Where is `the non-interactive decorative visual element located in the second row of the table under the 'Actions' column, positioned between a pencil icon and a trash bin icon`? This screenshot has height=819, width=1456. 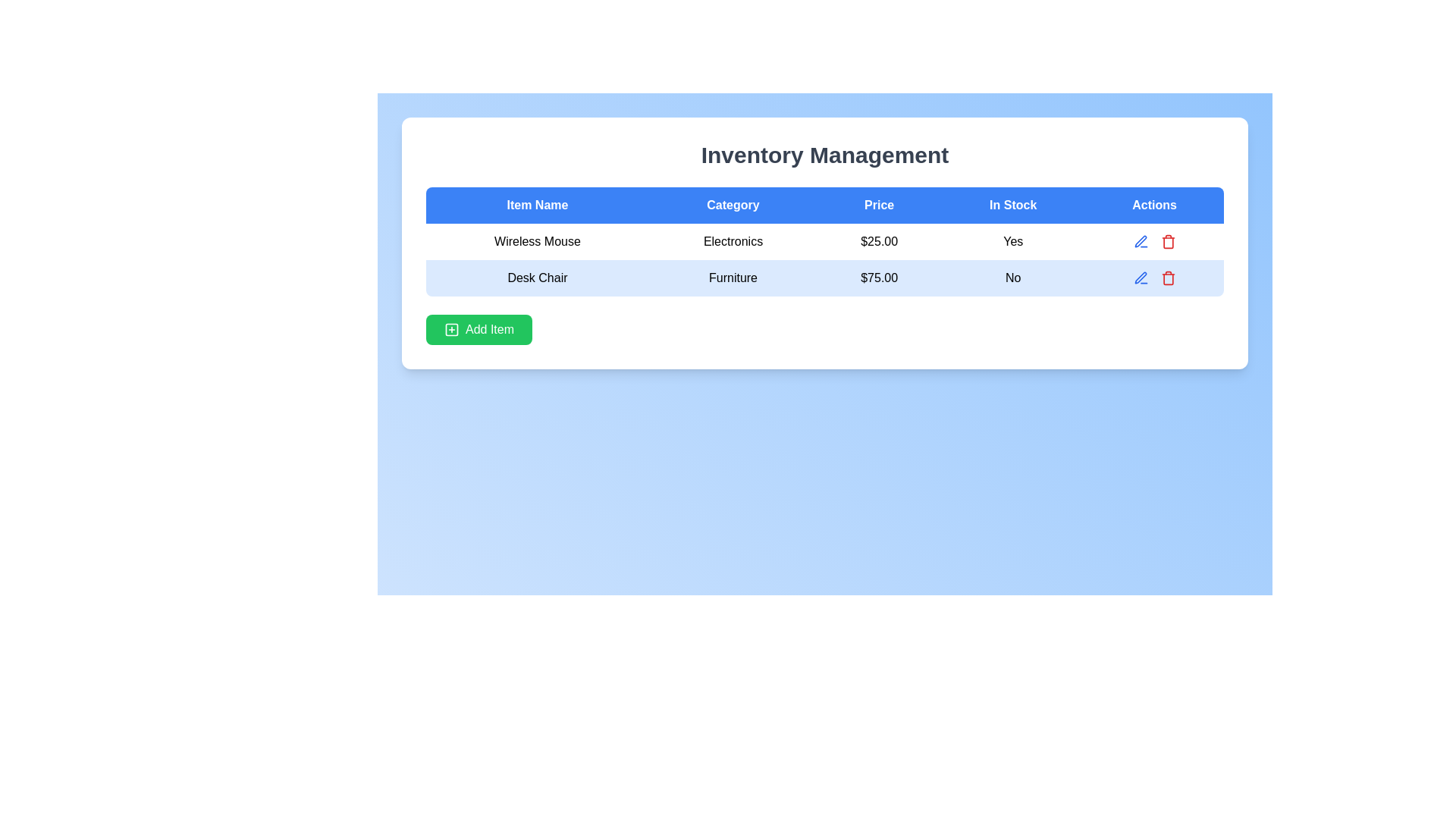 the non-interactive decorative visual element located in the second row of the table under the 'Actions' column, positioned between a pencil icon and a trash bin icon is located at coordinates (1153, 278).